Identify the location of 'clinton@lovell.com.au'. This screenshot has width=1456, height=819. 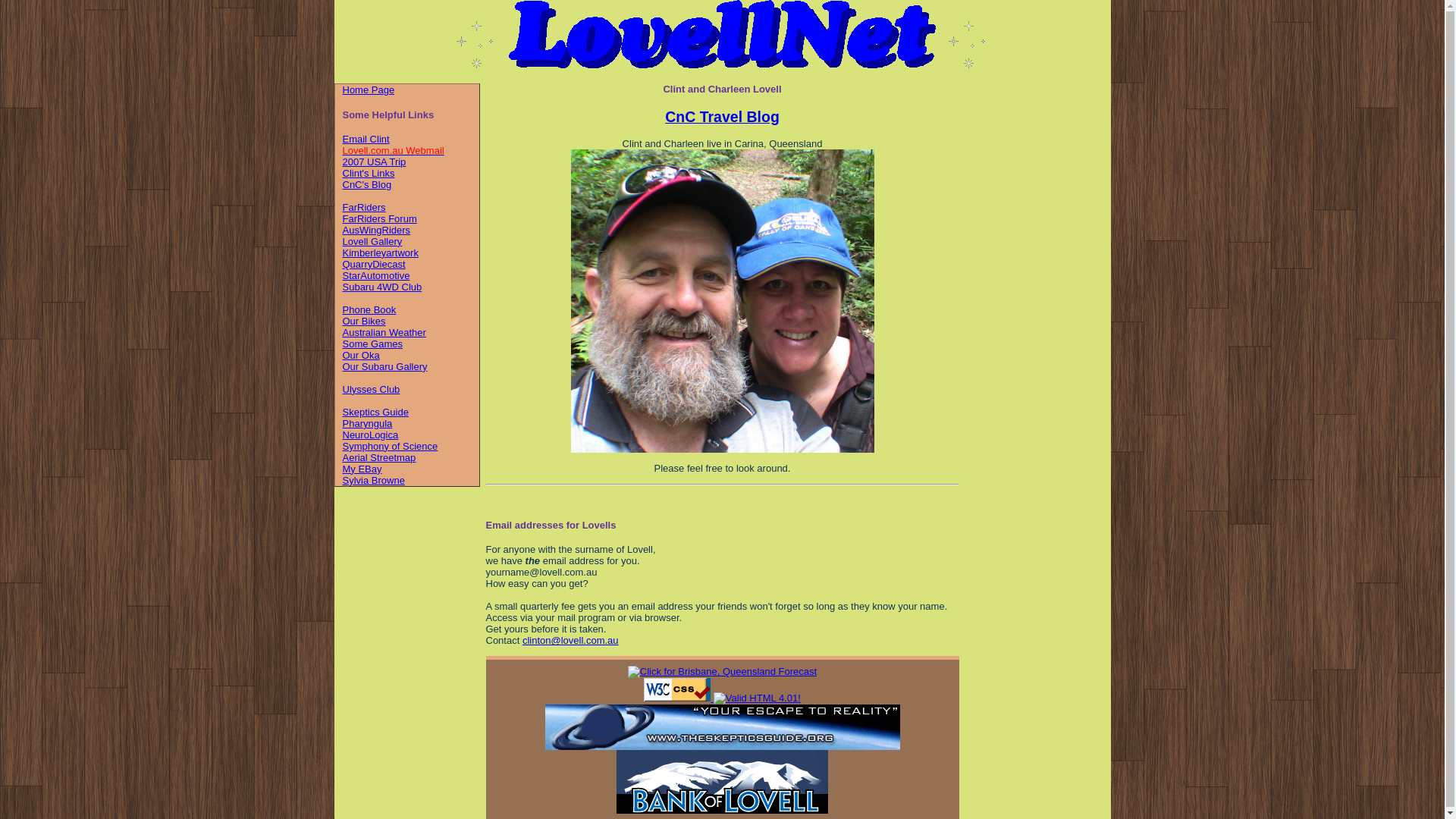
(570, 640).